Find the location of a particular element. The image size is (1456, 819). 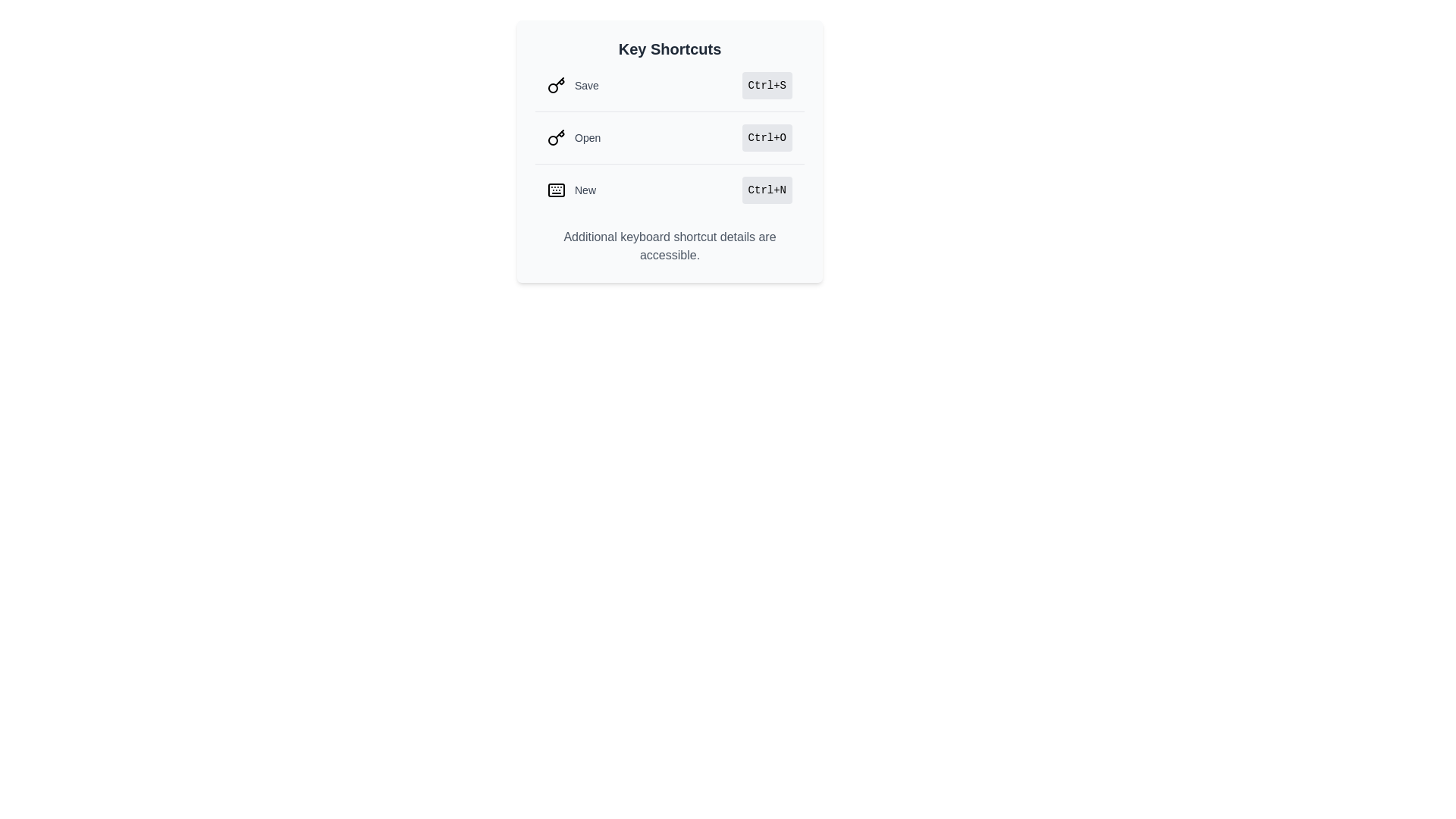

the label that describes the keyboard shortcut 'Ctrl+N', which is positioned to the right of a keyboard icon and is the third item under the 'Key Shortcuts' heading is located at coordinates (585, 189).